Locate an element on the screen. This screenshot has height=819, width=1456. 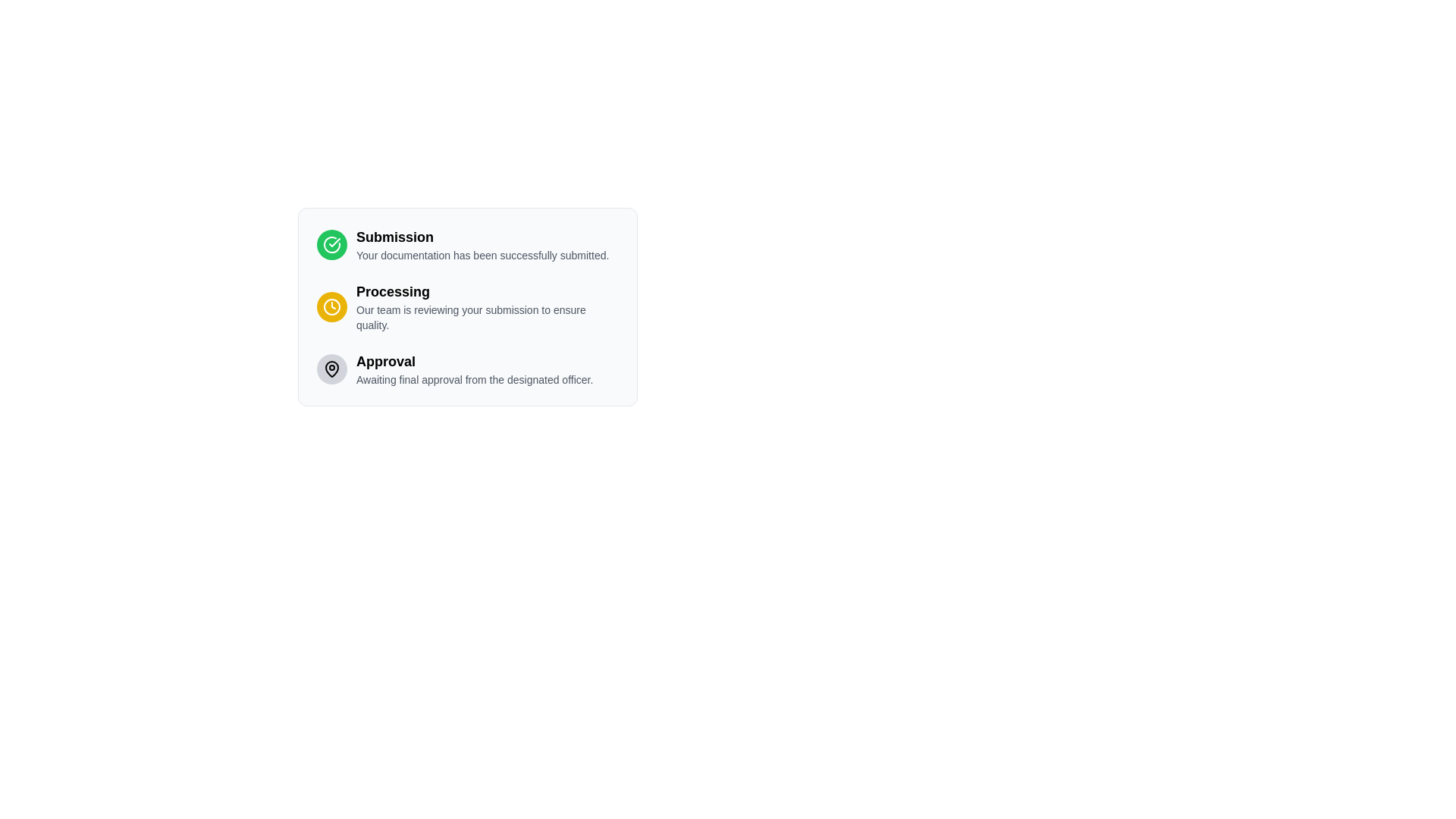
the static text label that displays additional information about the 'Processing' status, located below the bold title 'Processing' is located at coordinates (488, 317).